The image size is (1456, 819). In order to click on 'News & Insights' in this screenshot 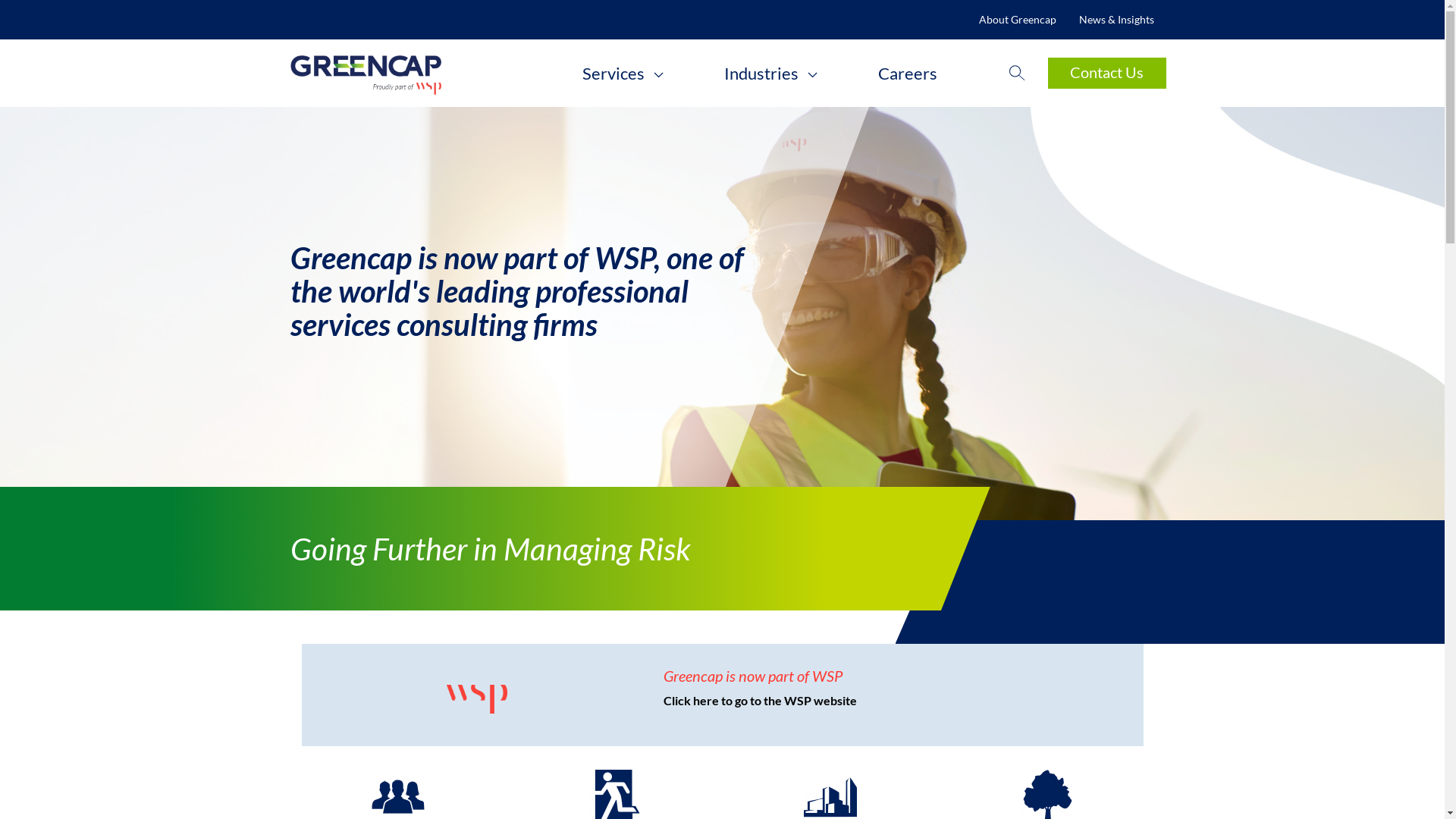, I will do `click(1116, 20)`.